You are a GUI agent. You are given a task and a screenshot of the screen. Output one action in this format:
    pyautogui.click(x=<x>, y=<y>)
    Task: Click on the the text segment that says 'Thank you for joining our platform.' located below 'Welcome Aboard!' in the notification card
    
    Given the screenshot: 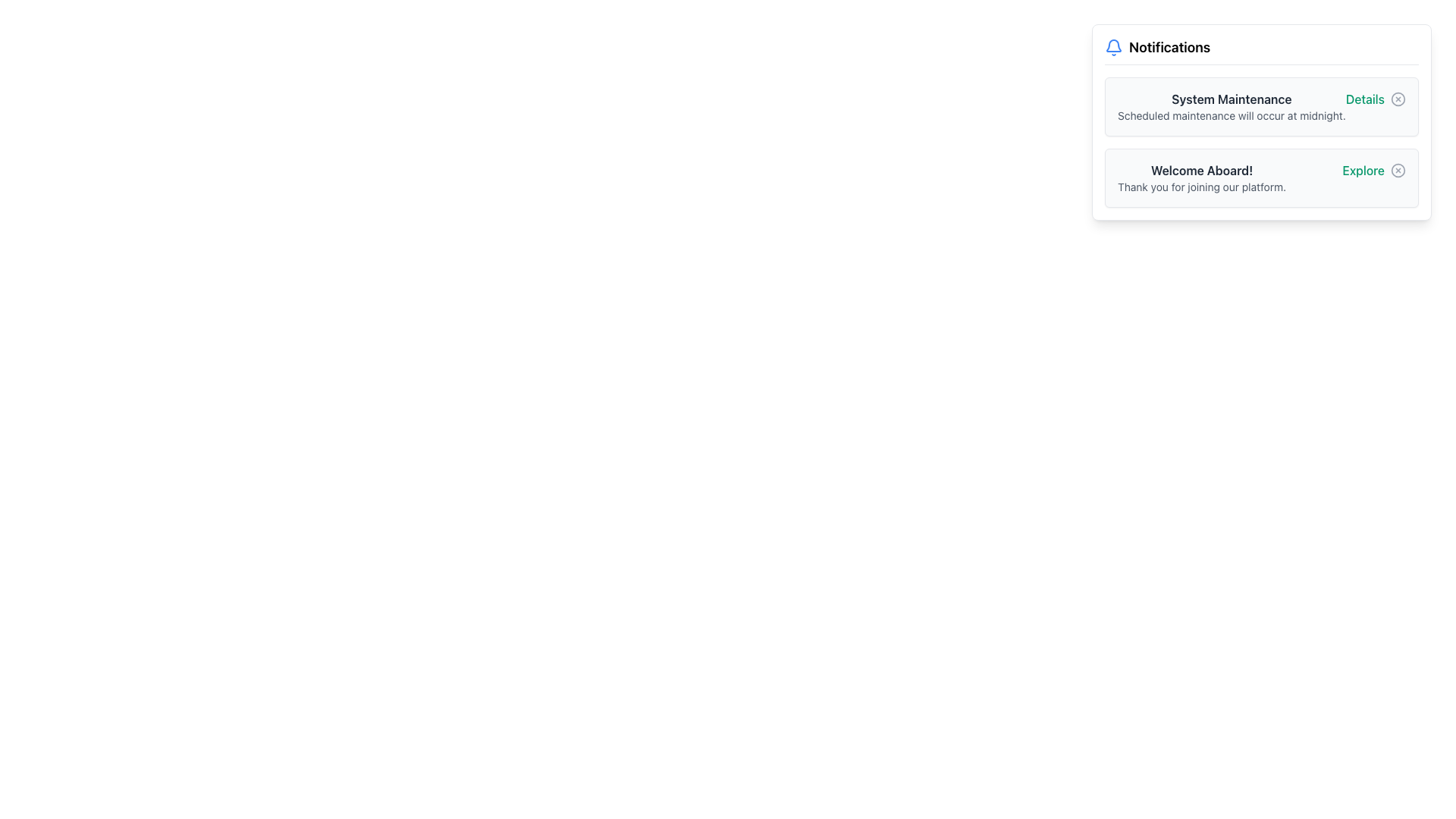 What is the action you would take?
    pyautogui.click(x=1201, y=186)
    